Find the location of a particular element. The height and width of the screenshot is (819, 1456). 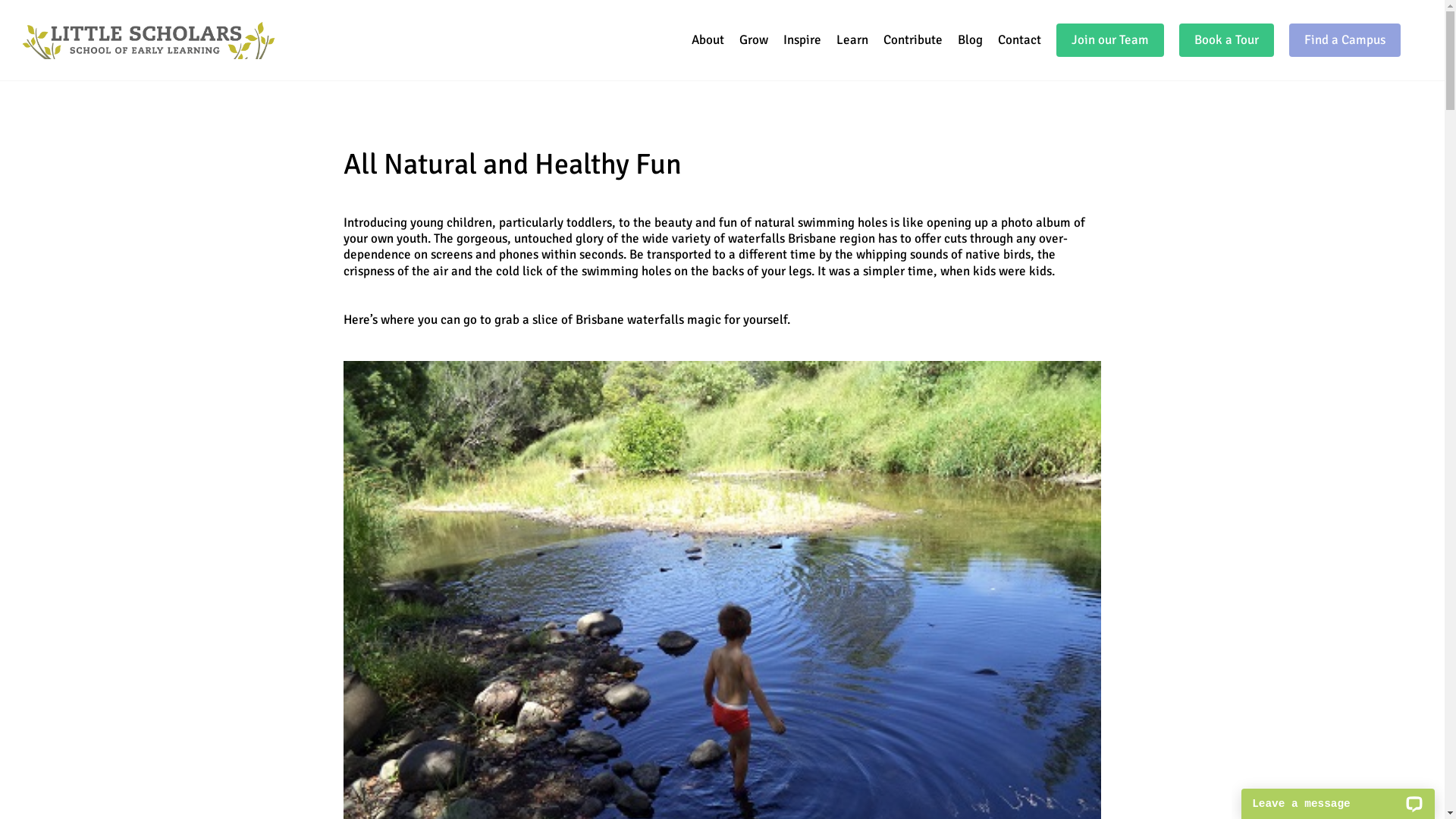

'Grow' is located at coordinates (739, 39).